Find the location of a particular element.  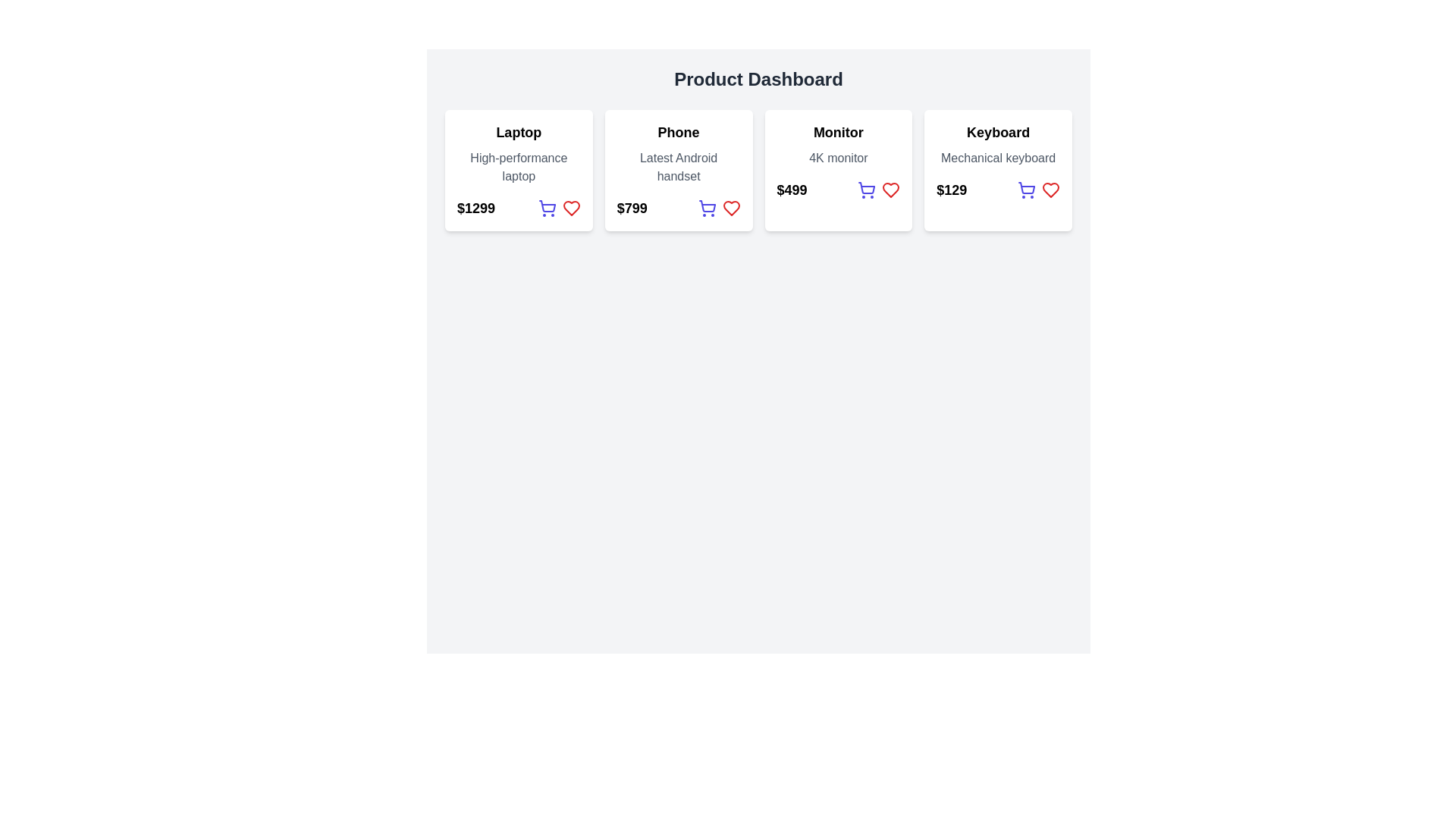

the main body of the shopping cart icon located within the third card representing 'Monitor' in the product dashboard is located at coordinates (867, 187).